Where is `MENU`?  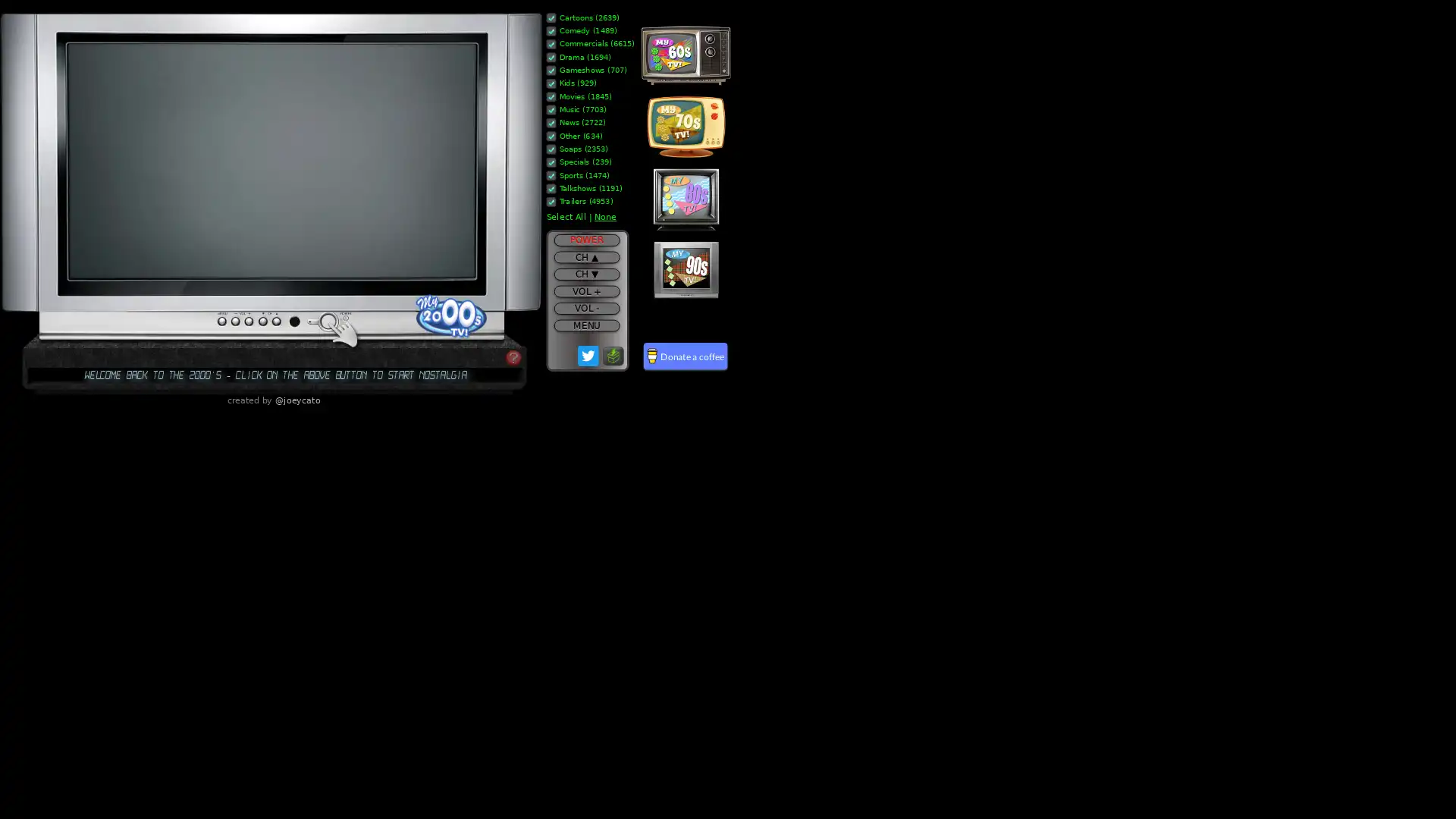 MENU is located at coordinates (585, 324).